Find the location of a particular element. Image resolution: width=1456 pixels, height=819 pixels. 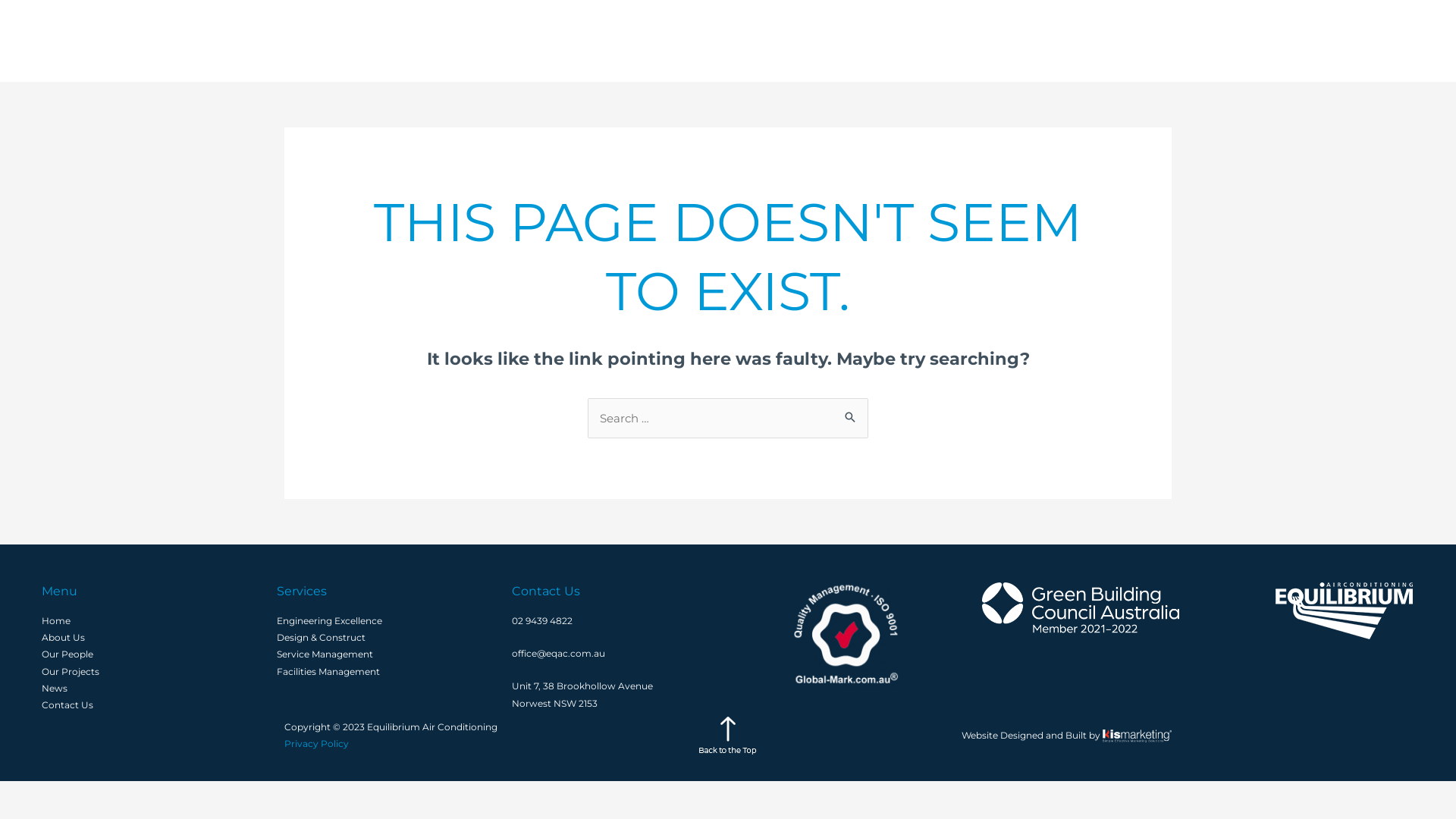

'Privacy Policy' is located at coordinates (284, 742).